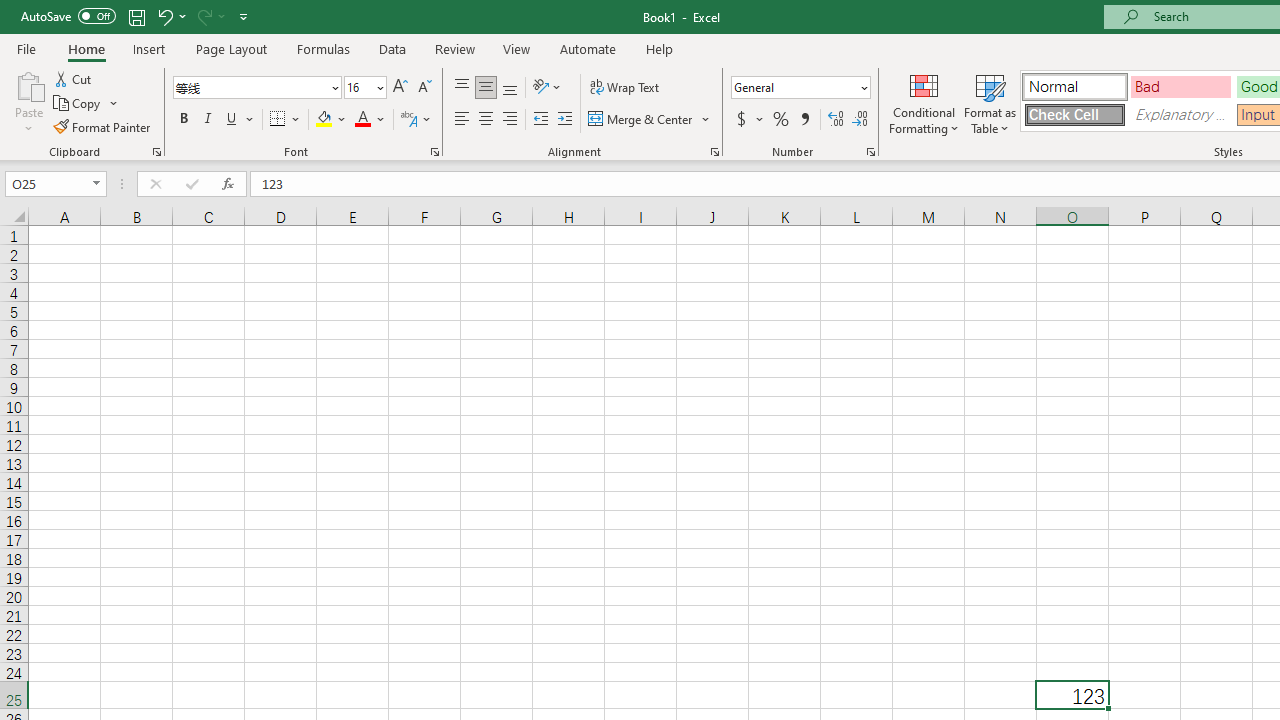 The width and height of the screenshot is (1280, 720). I want to click on 'Borders', so click(285, 119).